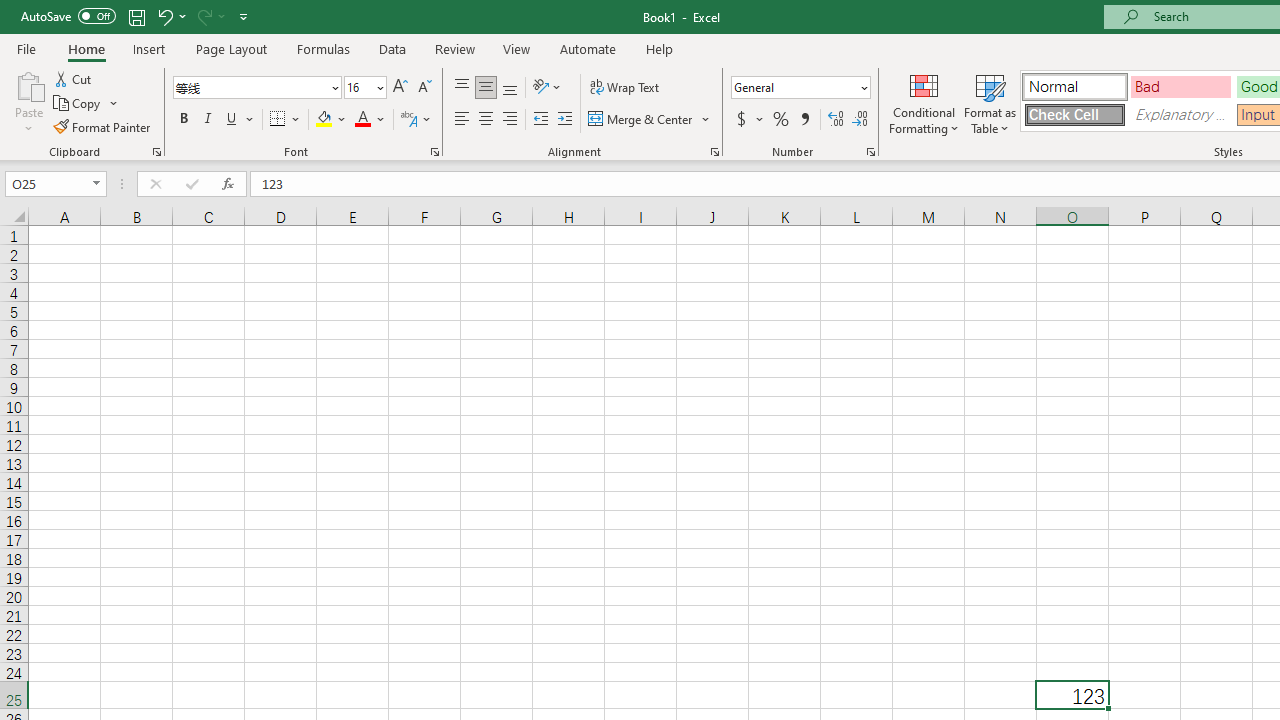 The width and height of the screenshot is (1280, 720). I want to click on 'Borders', so click(285, 119).